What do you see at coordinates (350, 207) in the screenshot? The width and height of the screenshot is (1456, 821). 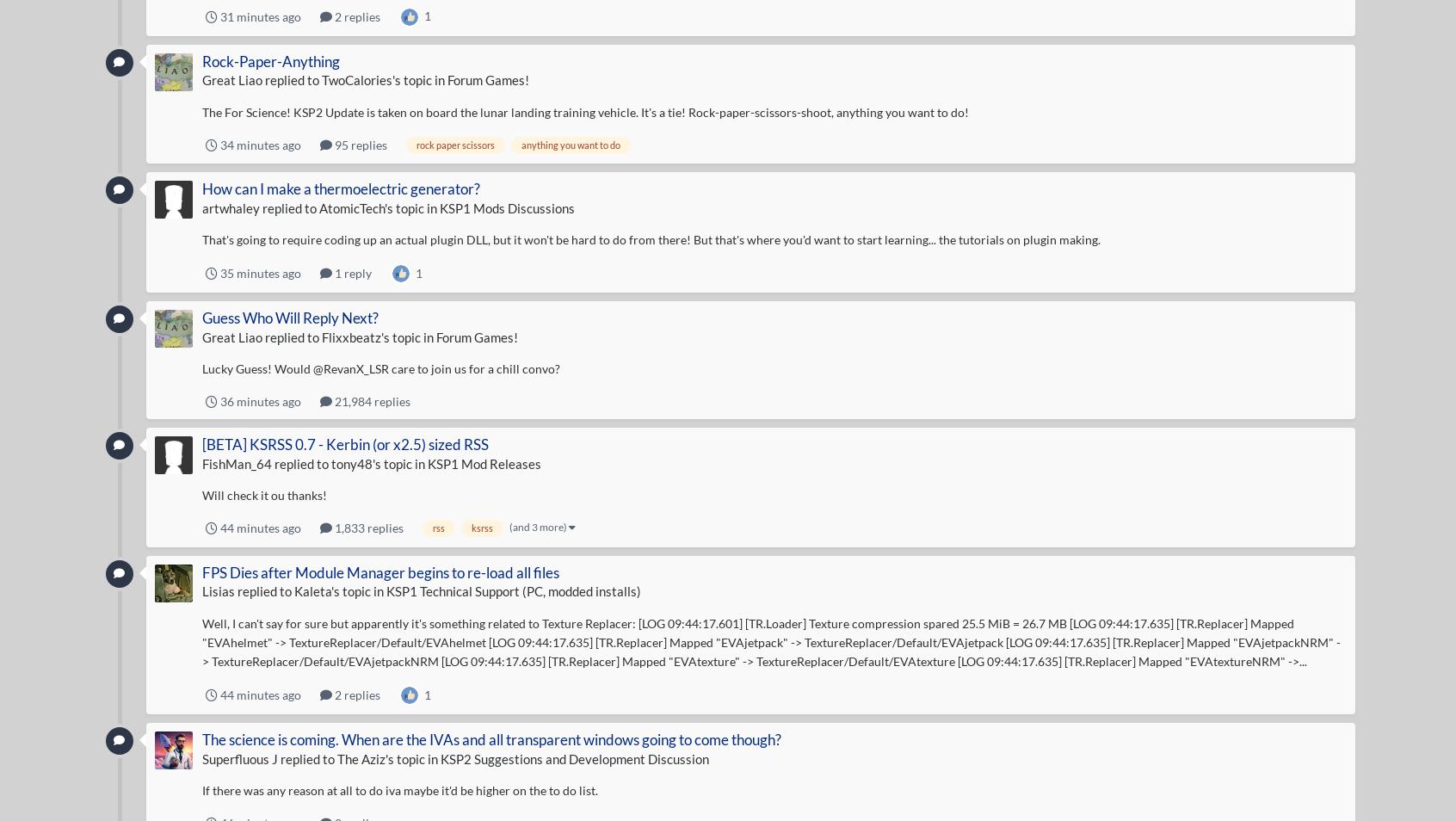 I see `'AtomicTech'` at bounding box center [350, 207].